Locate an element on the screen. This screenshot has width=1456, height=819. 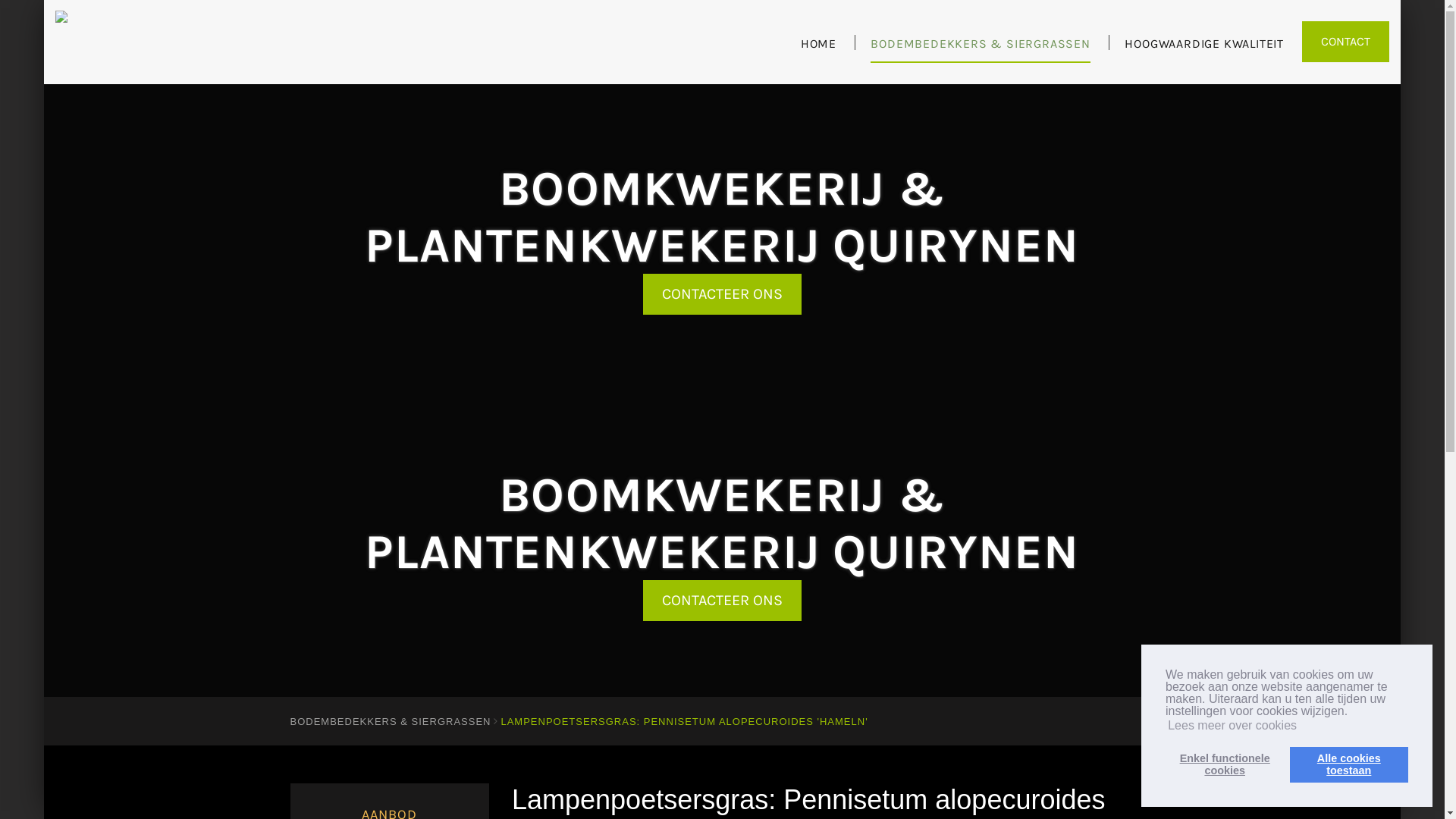
'Alle cookies is located at coordinates (1349, 764).